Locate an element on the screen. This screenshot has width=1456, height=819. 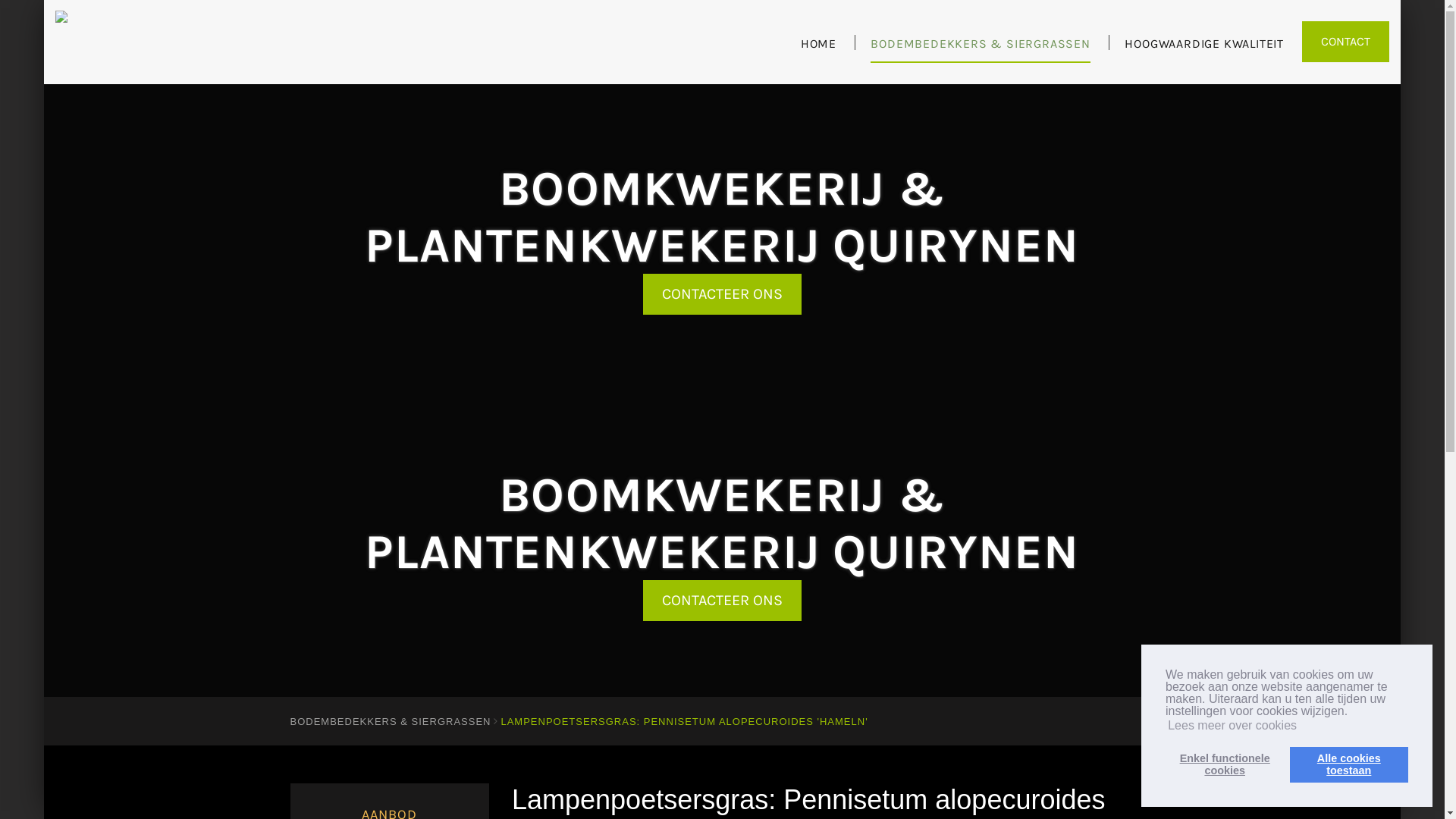
'Alle cookies is located at coordinates (1349, 764).